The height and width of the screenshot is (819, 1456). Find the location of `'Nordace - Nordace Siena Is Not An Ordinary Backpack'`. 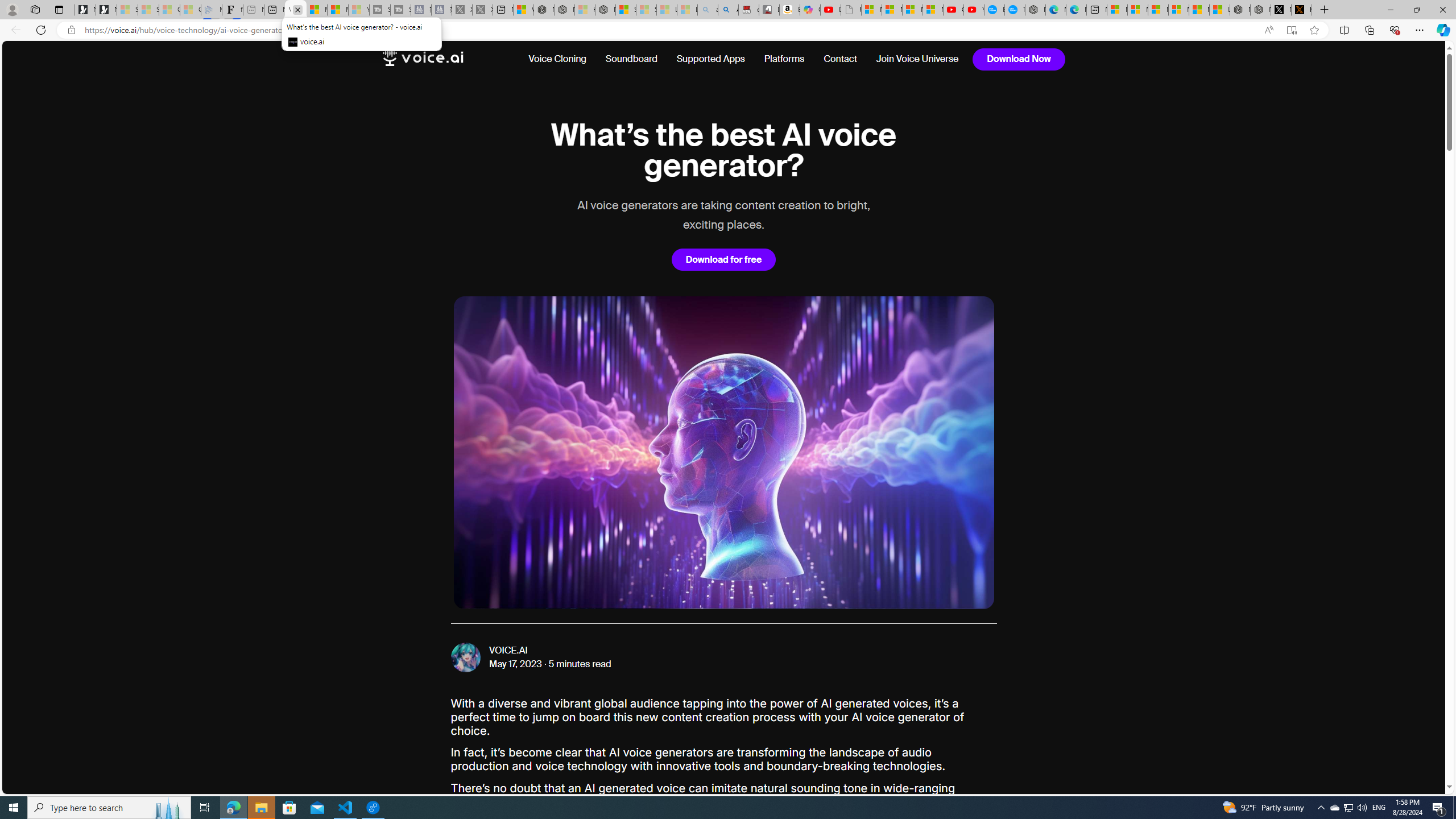

'Nordace - Nordace Siena Is Not An Ordinary Backpack' is located at coordinates (605, 9).